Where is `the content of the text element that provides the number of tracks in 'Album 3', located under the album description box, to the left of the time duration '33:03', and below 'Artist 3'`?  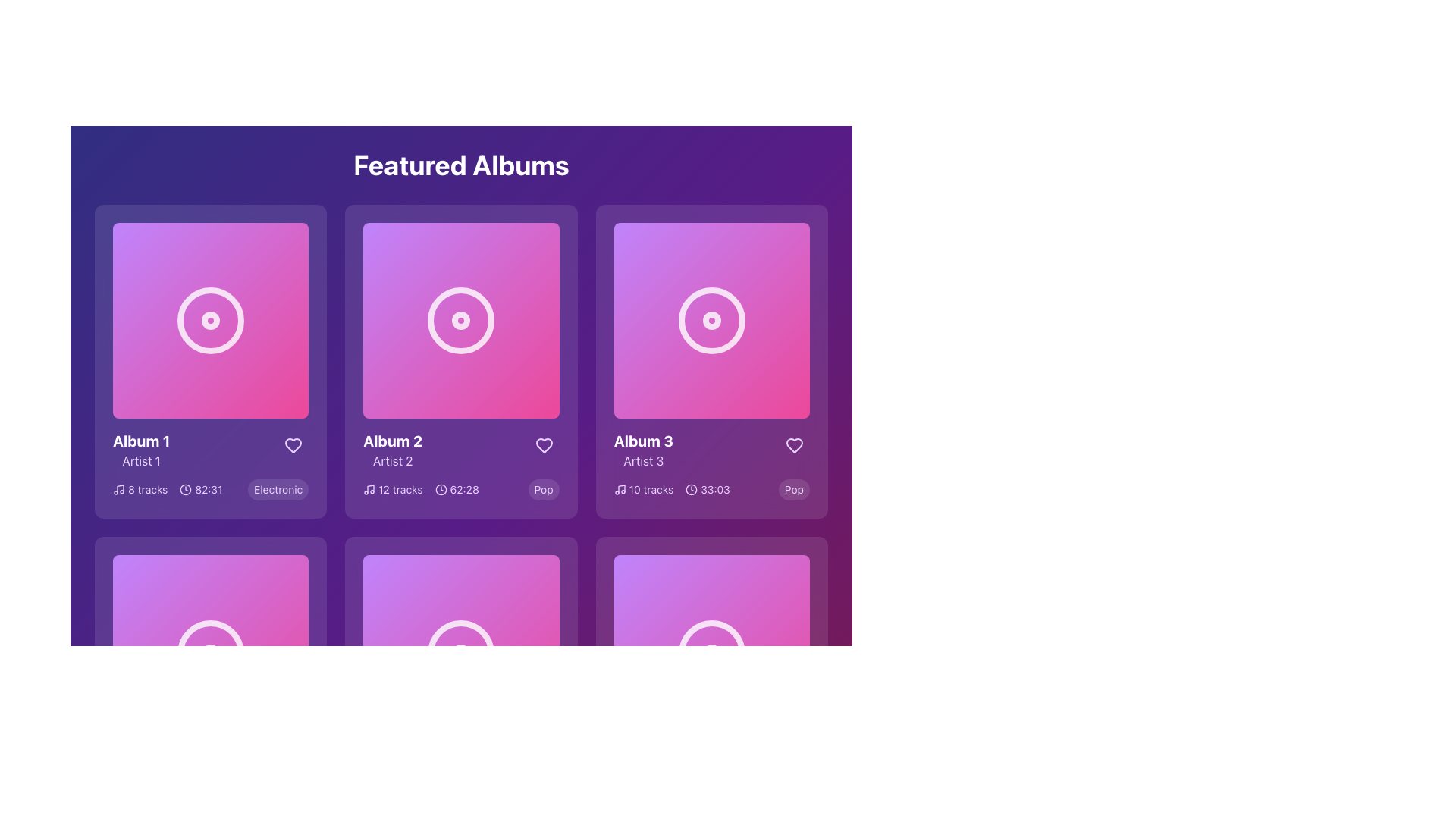
the content of the text element that provides the number of tracks in 'Album 3', located under the album description box, to the left of the time duration '33:03', and below 'Artist 3' is located at coordinates (671, 489).